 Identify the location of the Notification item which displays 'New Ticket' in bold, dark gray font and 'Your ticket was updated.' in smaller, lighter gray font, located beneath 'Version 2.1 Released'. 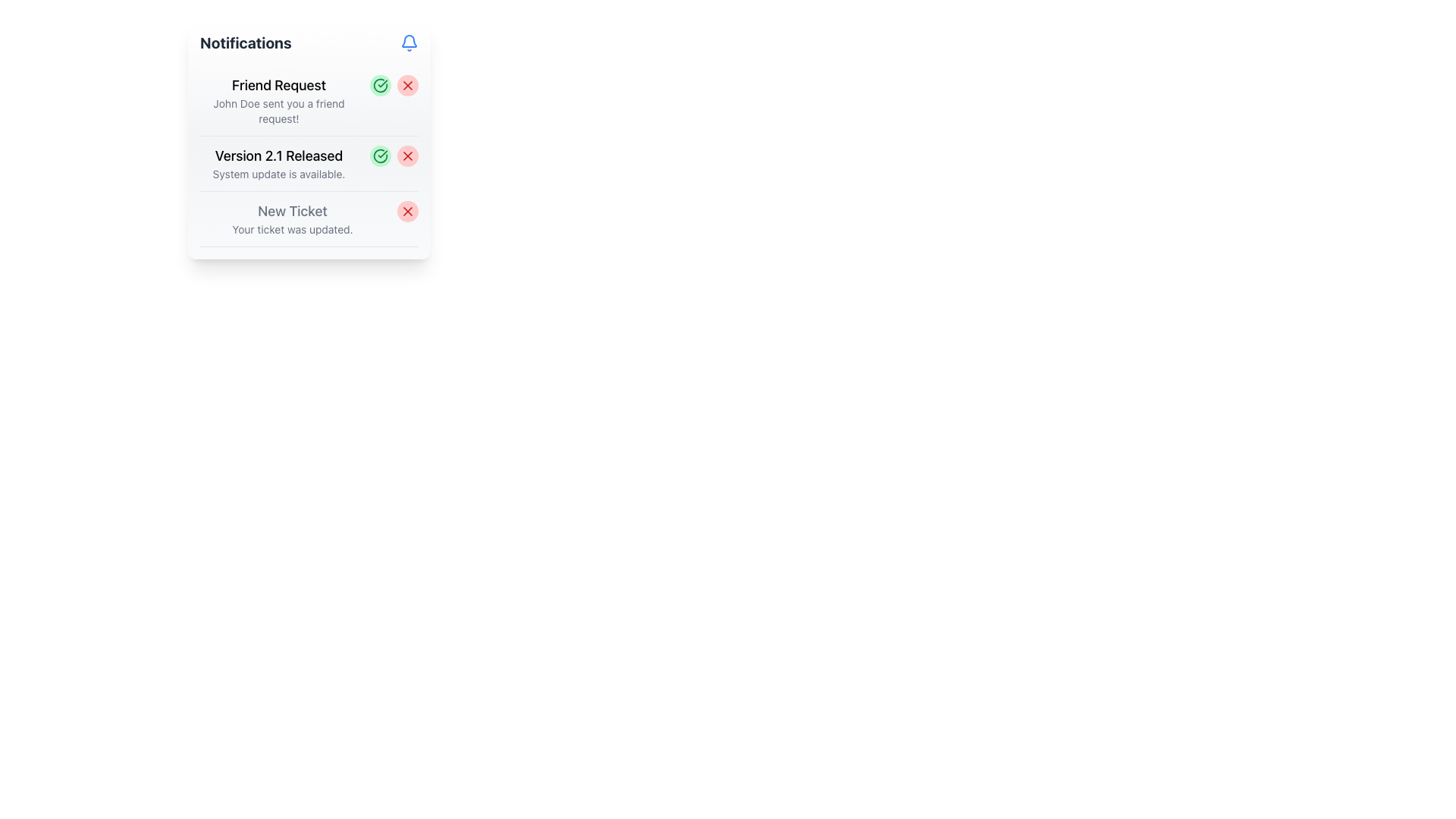
(292, 219).